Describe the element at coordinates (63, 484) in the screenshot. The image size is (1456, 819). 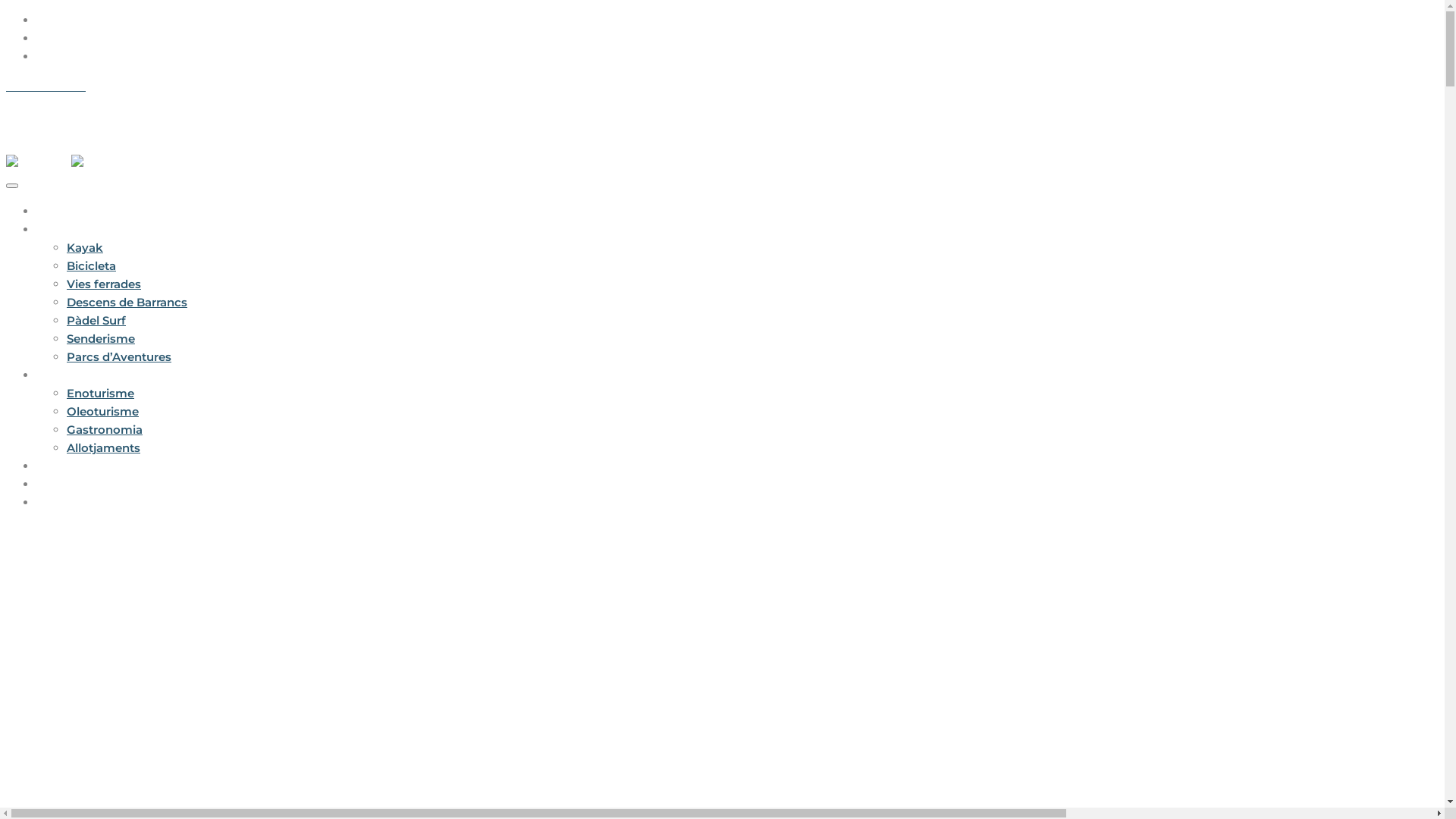
I see `'Qui som?'` at that location.